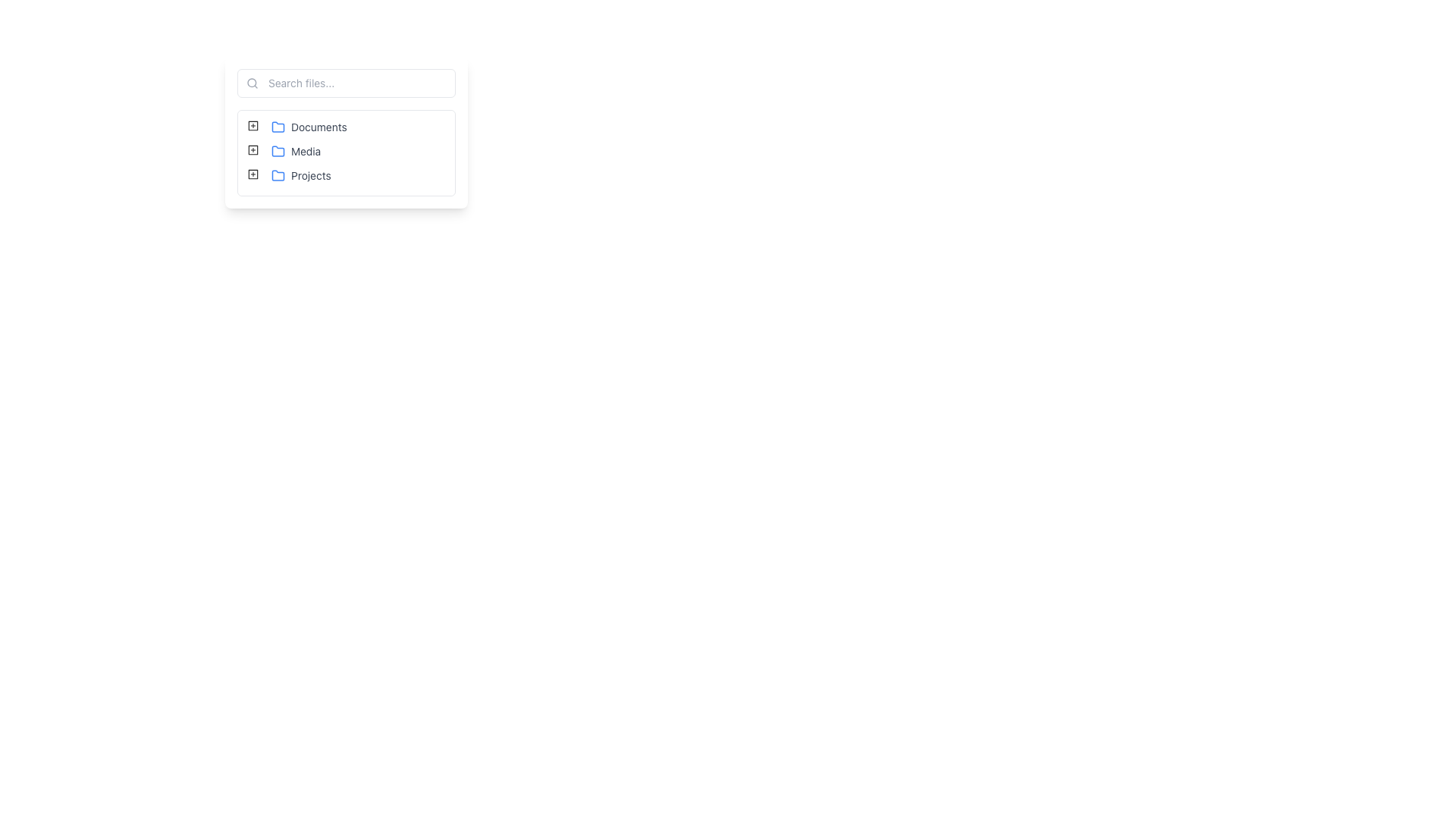  I want to click on the expand/collapse toggle button, which is a square-shaped icon with a plus sign, located to the left of the 'Documents' folder label, so click(253, 127).